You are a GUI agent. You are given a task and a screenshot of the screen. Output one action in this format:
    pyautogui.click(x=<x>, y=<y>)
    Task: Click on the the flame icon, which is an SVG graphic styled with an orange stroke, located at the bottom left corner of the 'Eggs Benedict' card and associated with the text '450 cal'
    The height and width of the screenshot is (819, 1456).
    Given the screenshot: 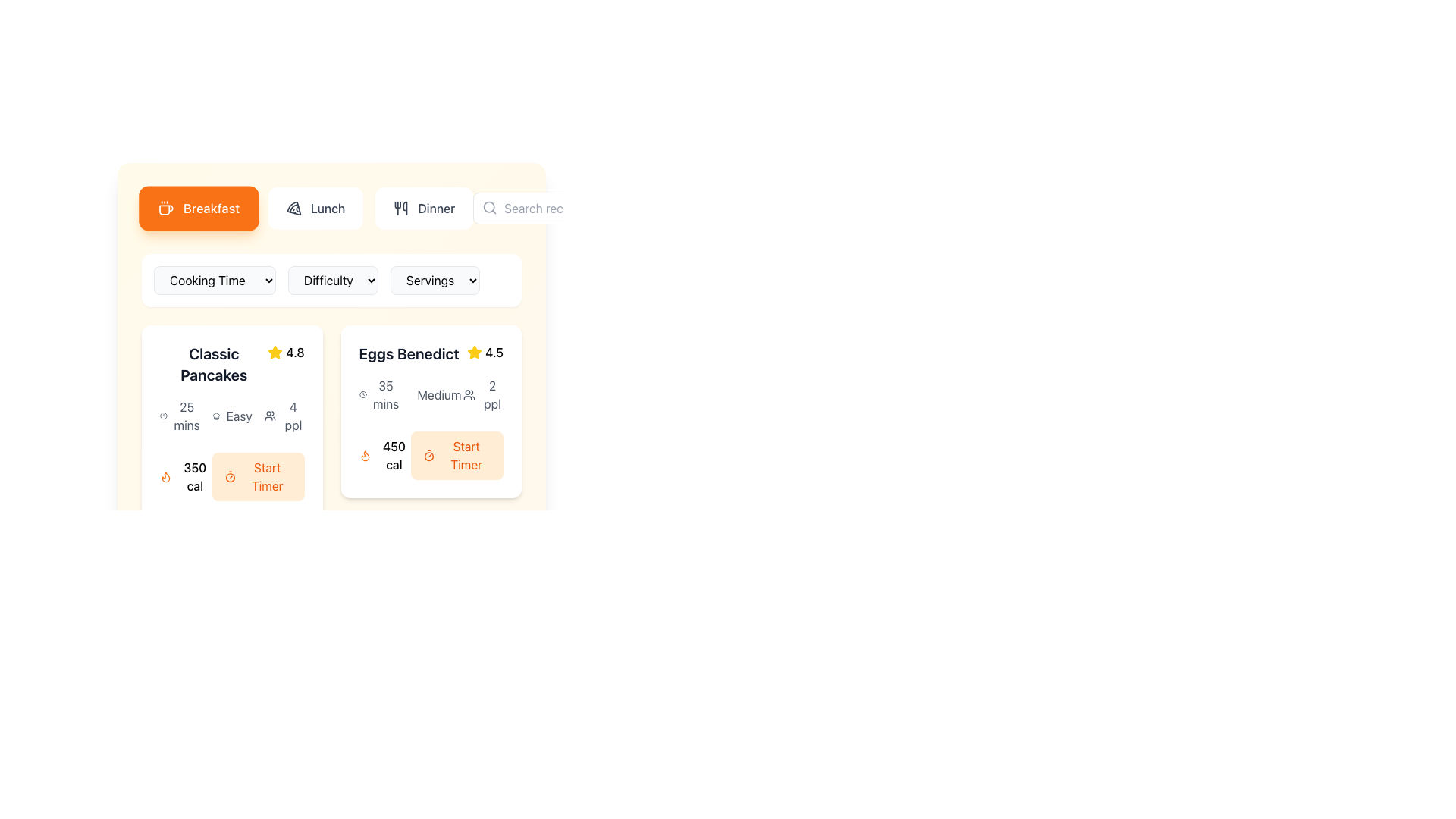 What is the action you would take?
    pyautogui.click(x=365, y=455)
    